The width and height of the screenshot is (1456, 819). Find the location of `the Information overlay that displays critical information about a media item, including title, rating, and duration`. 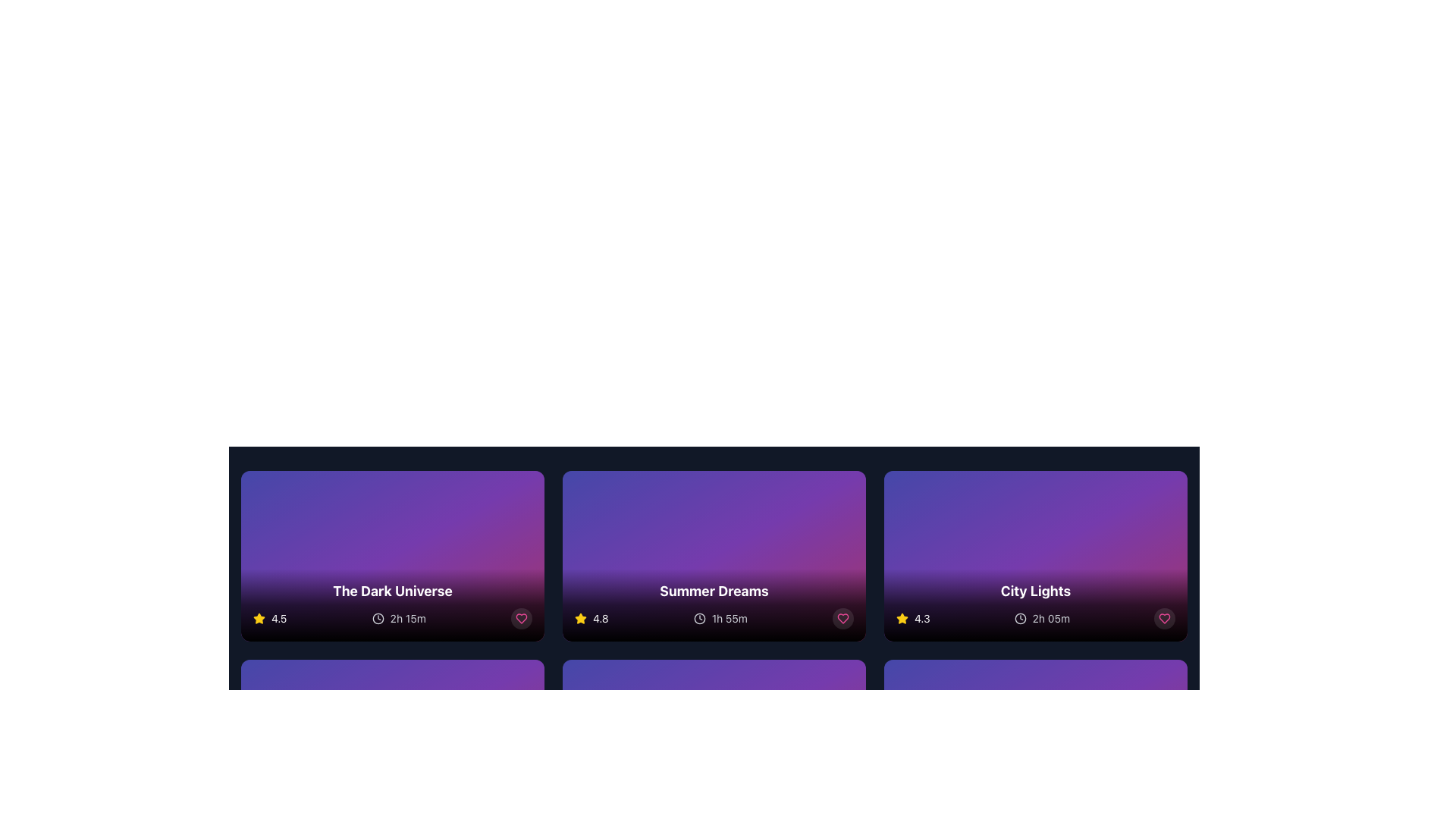

the Information overlay that displays critical information about a media item, including title, rating, and duration is located at coordinates (393, 604).